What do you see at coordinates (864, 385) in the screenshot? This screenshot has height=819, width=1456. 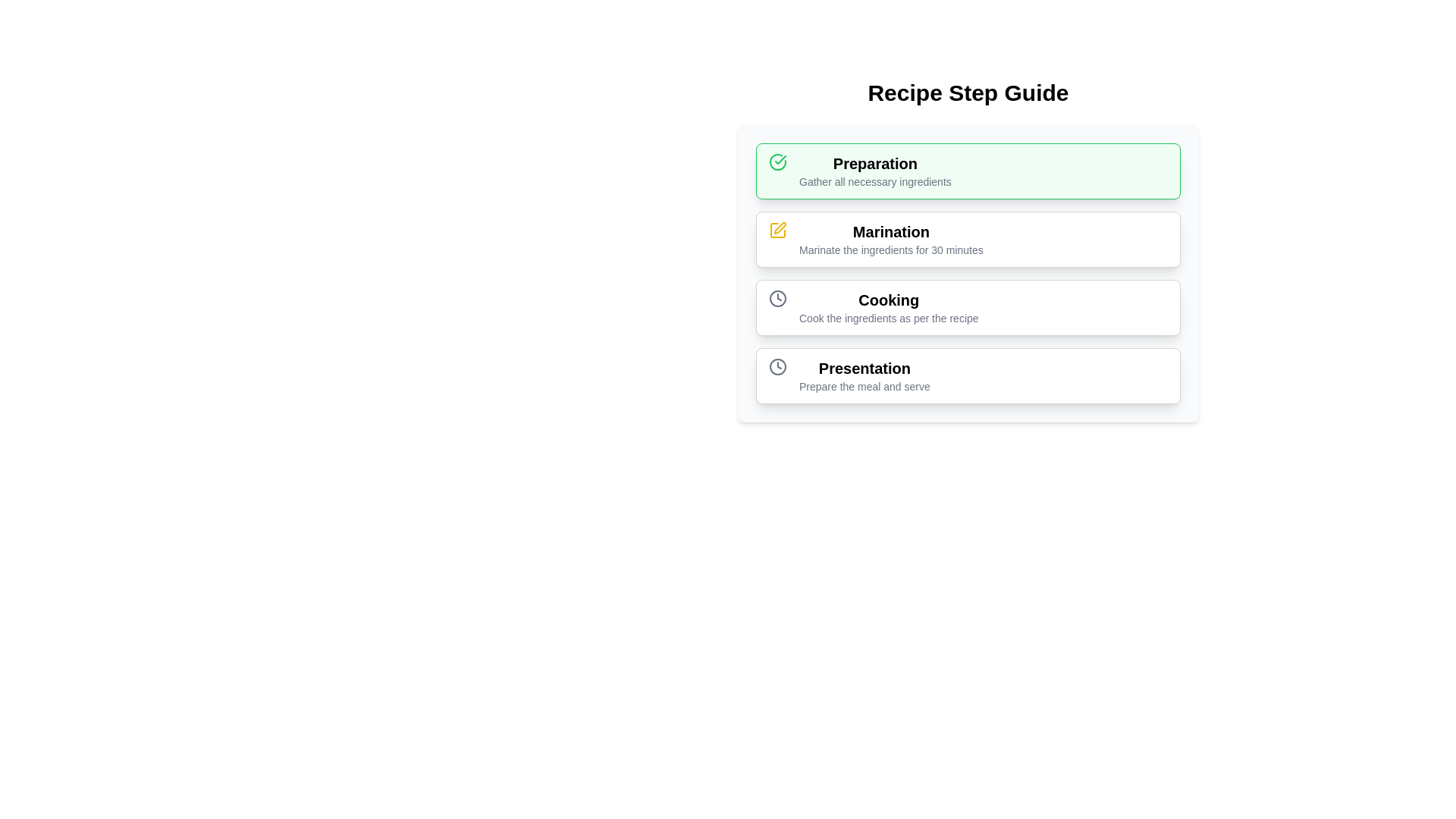 I see `information provided in the Text Label located beneath the 'Presentation' title in the fourth section of the recipe steps` at bounding box center [864, 385].